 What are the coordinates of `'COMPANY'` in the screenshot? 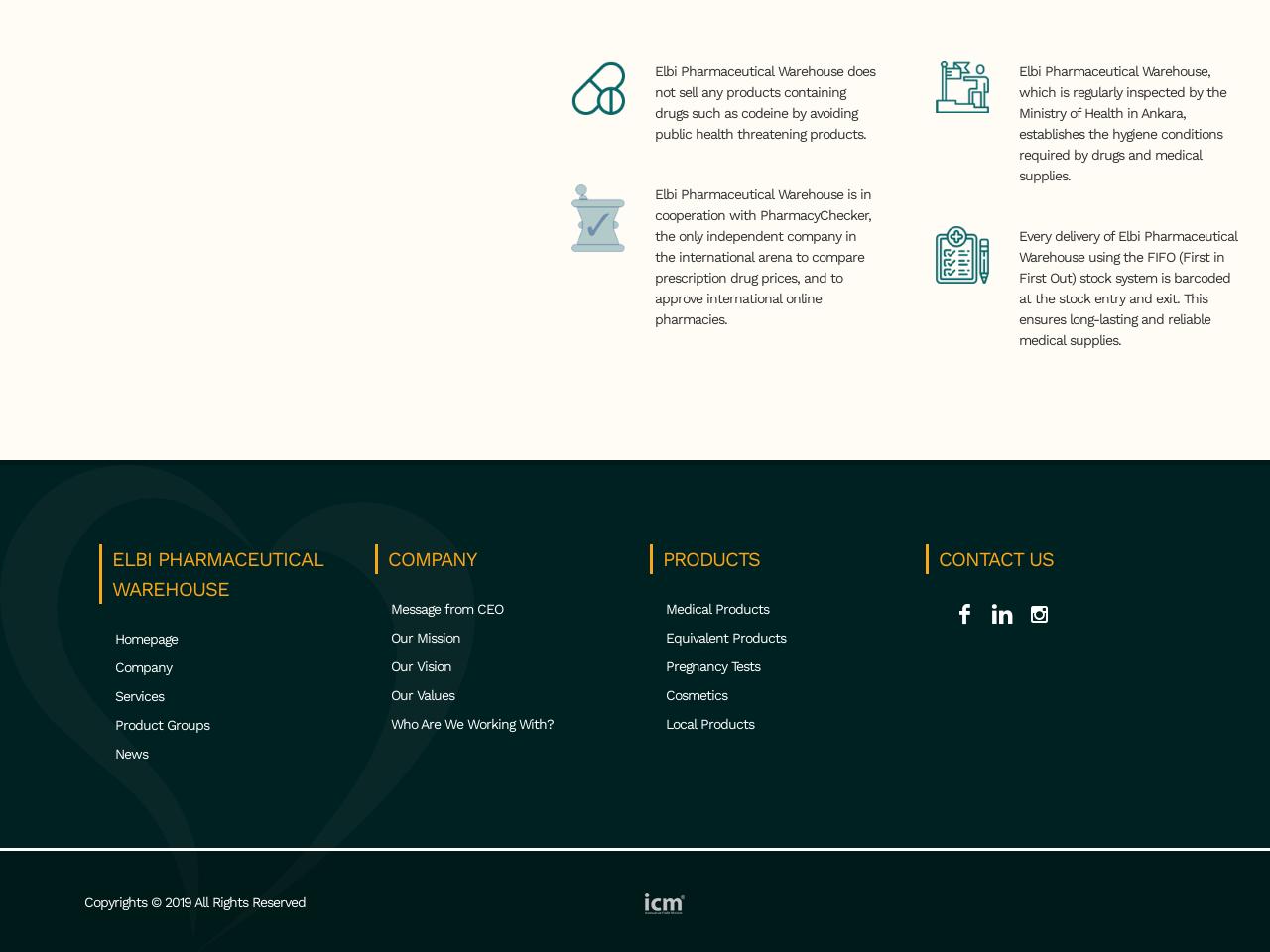 It's located at (387, 558).